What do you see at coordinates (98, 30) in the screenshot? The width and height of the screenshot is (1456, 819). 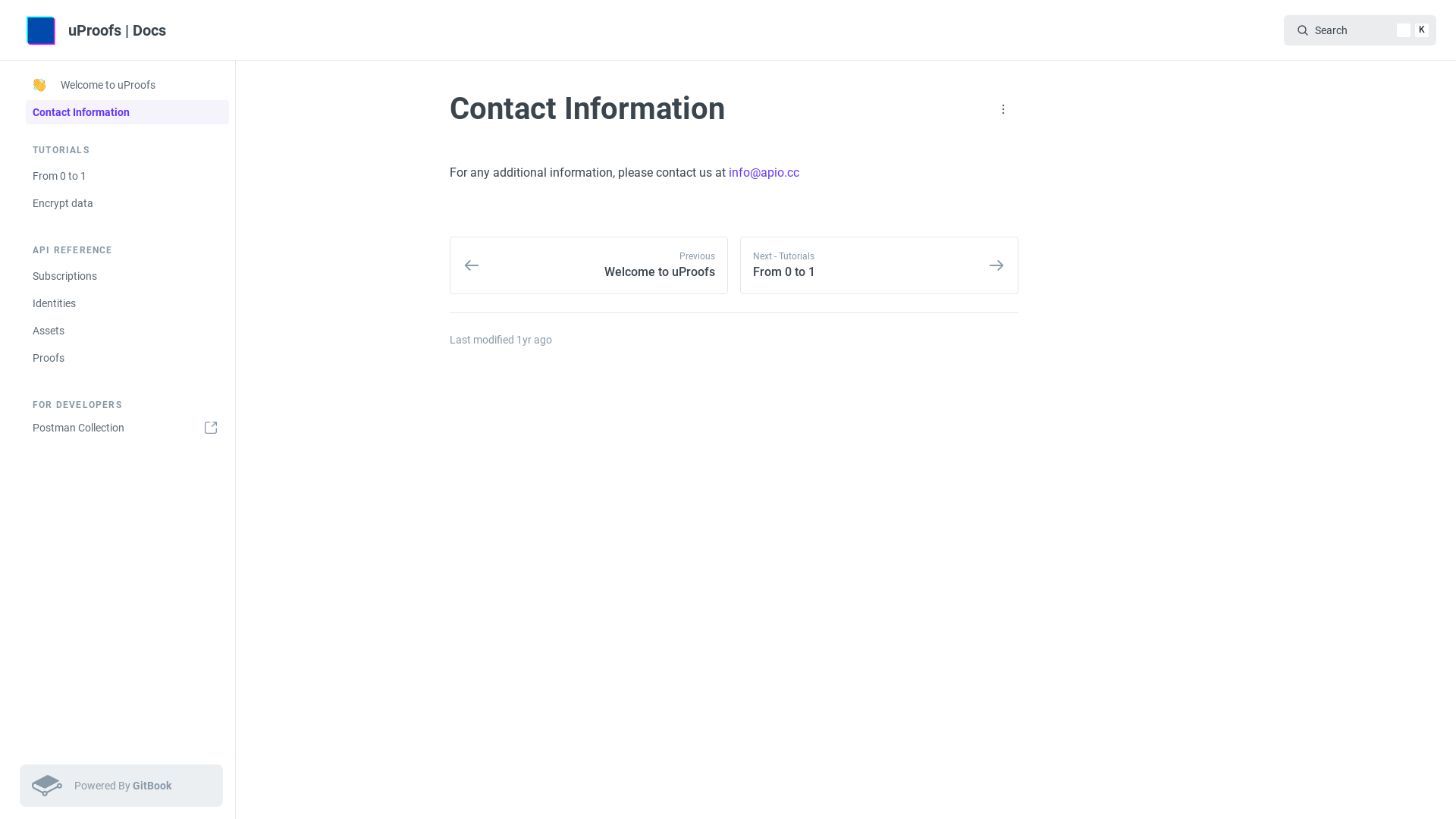 I see `'uProofs | Docs'` at bounding box center [98, 30].